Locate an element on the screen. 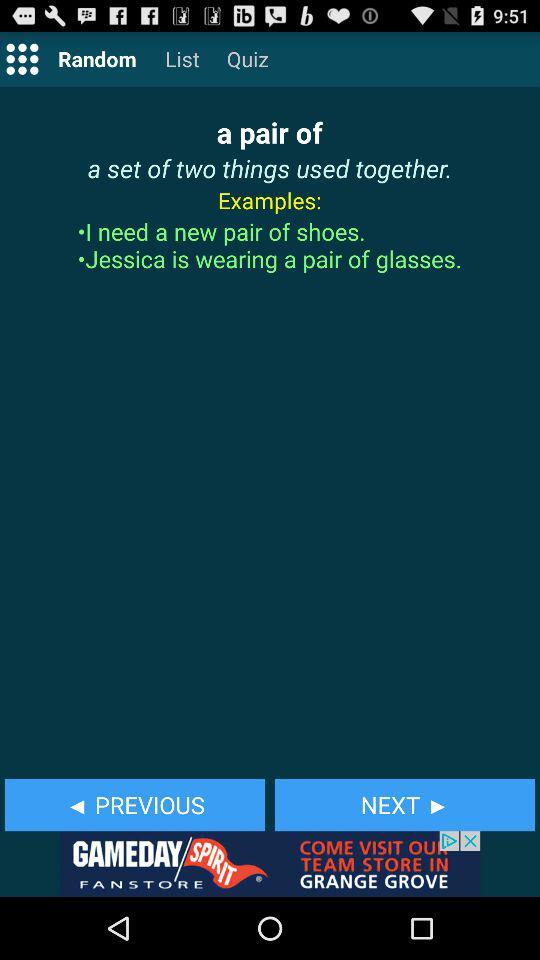 This screenshot has width=540, height=960. the dialpad icon is located at coordinates (21, 63).